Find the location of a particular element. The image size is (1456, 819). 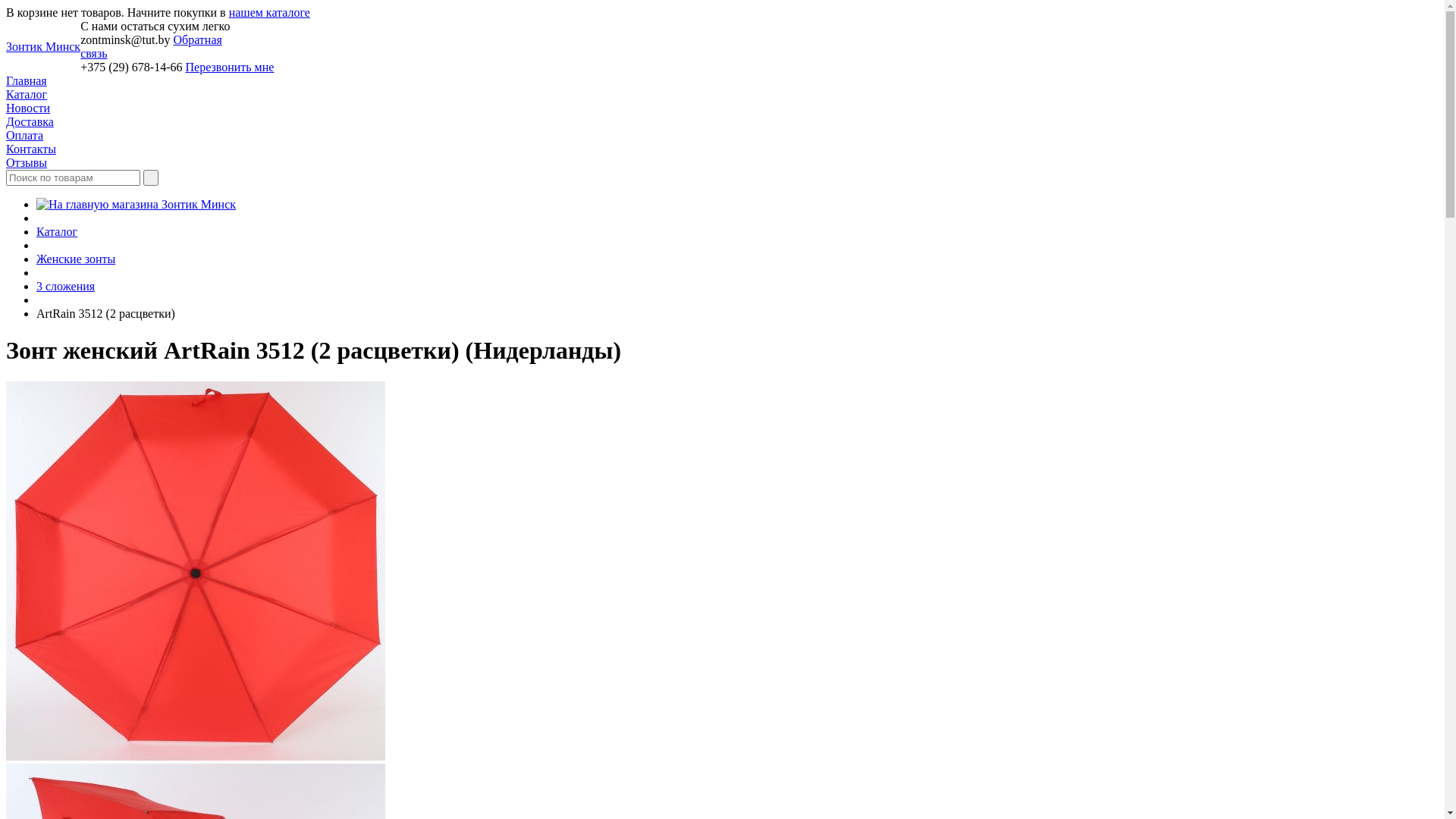

' ' is located at coordinates (143, 177).